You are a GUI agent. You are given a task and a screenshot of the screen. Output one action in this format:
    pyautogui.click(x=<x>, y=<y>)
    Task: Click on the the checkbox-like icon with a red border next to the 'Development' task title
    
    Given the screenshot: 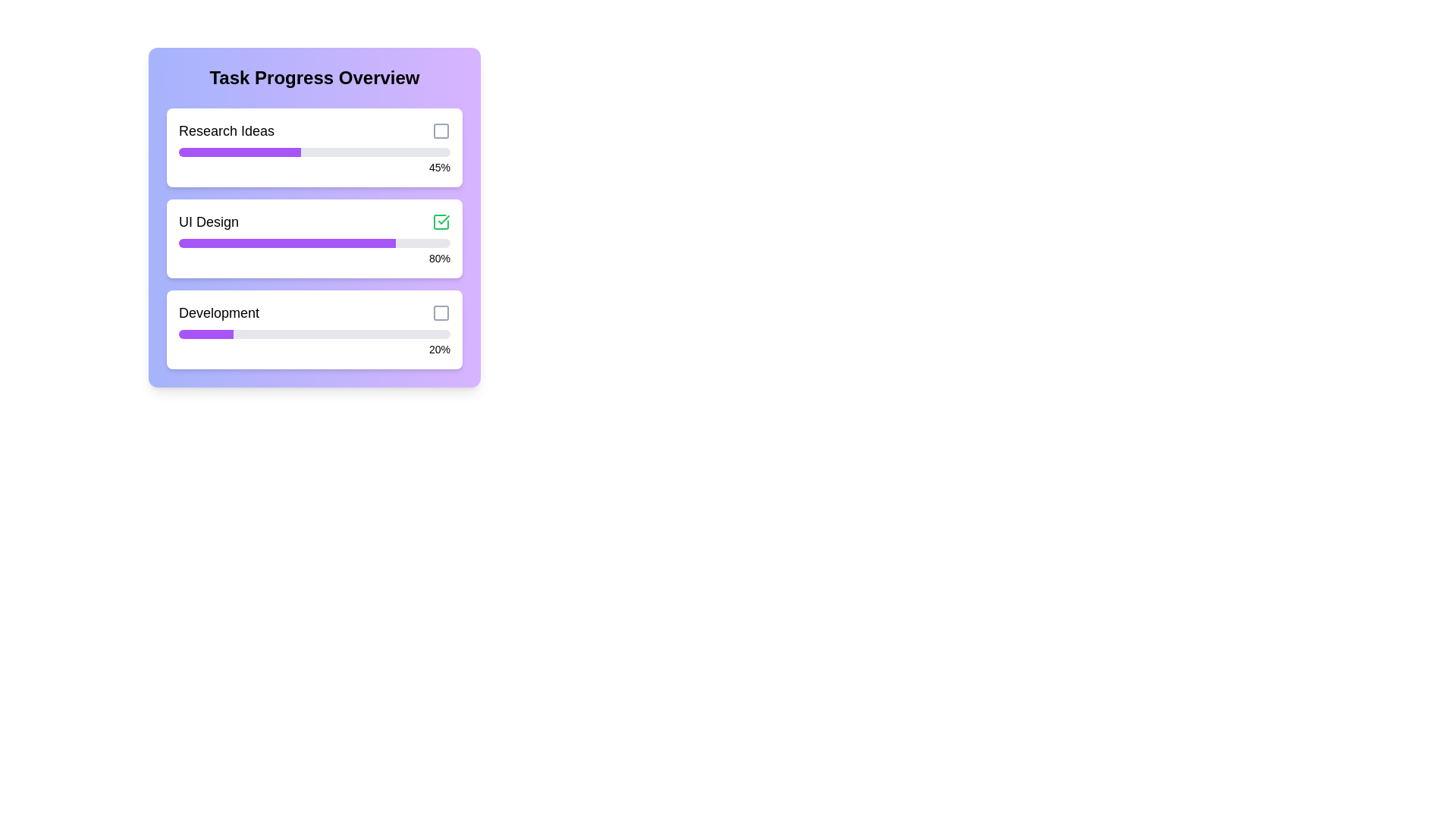 What is the action you would take?
    pyautogui.click(x=440, y=312)
    